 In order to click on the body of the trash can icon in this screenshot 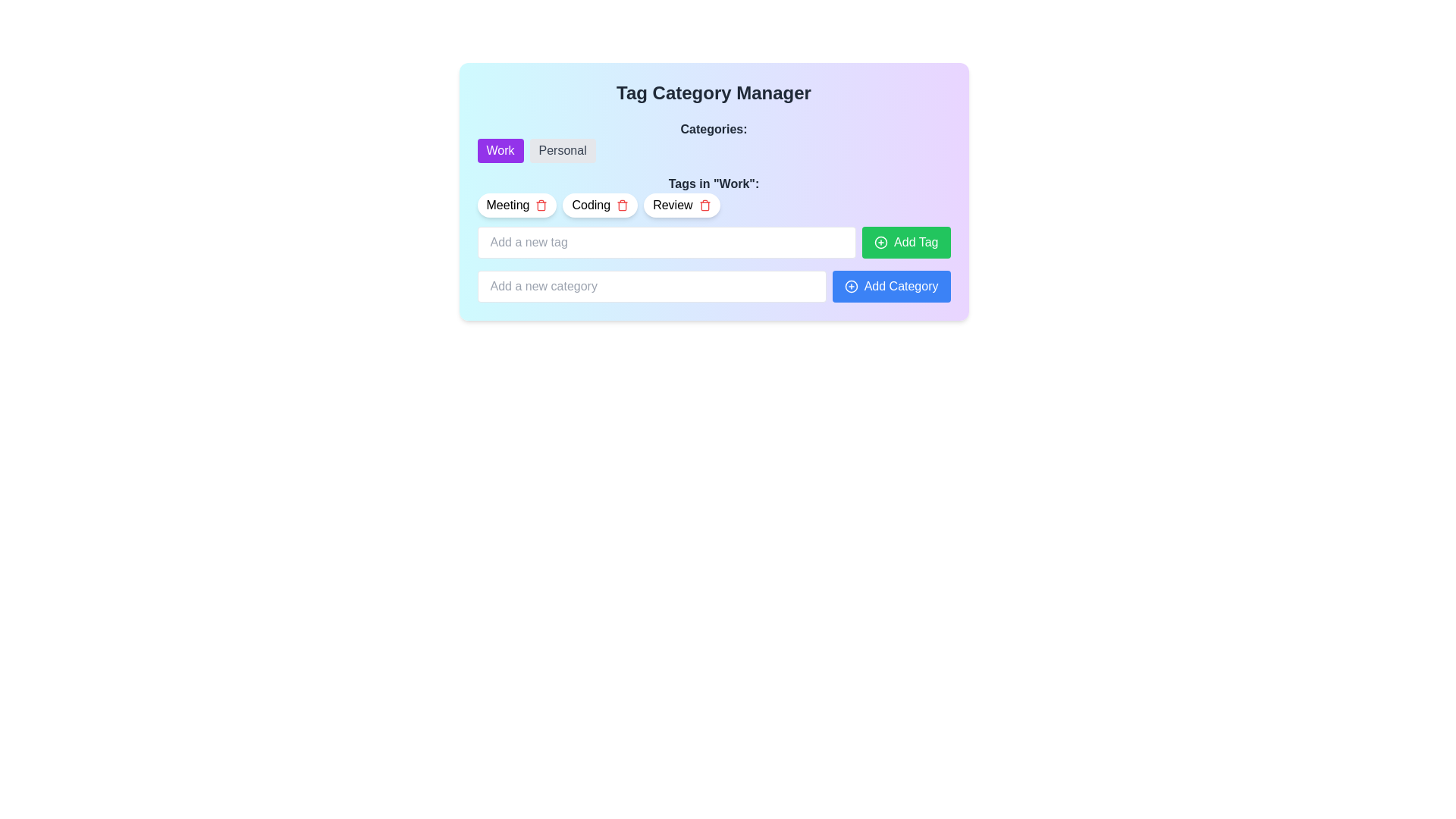, I will do `click(541, 206)`.